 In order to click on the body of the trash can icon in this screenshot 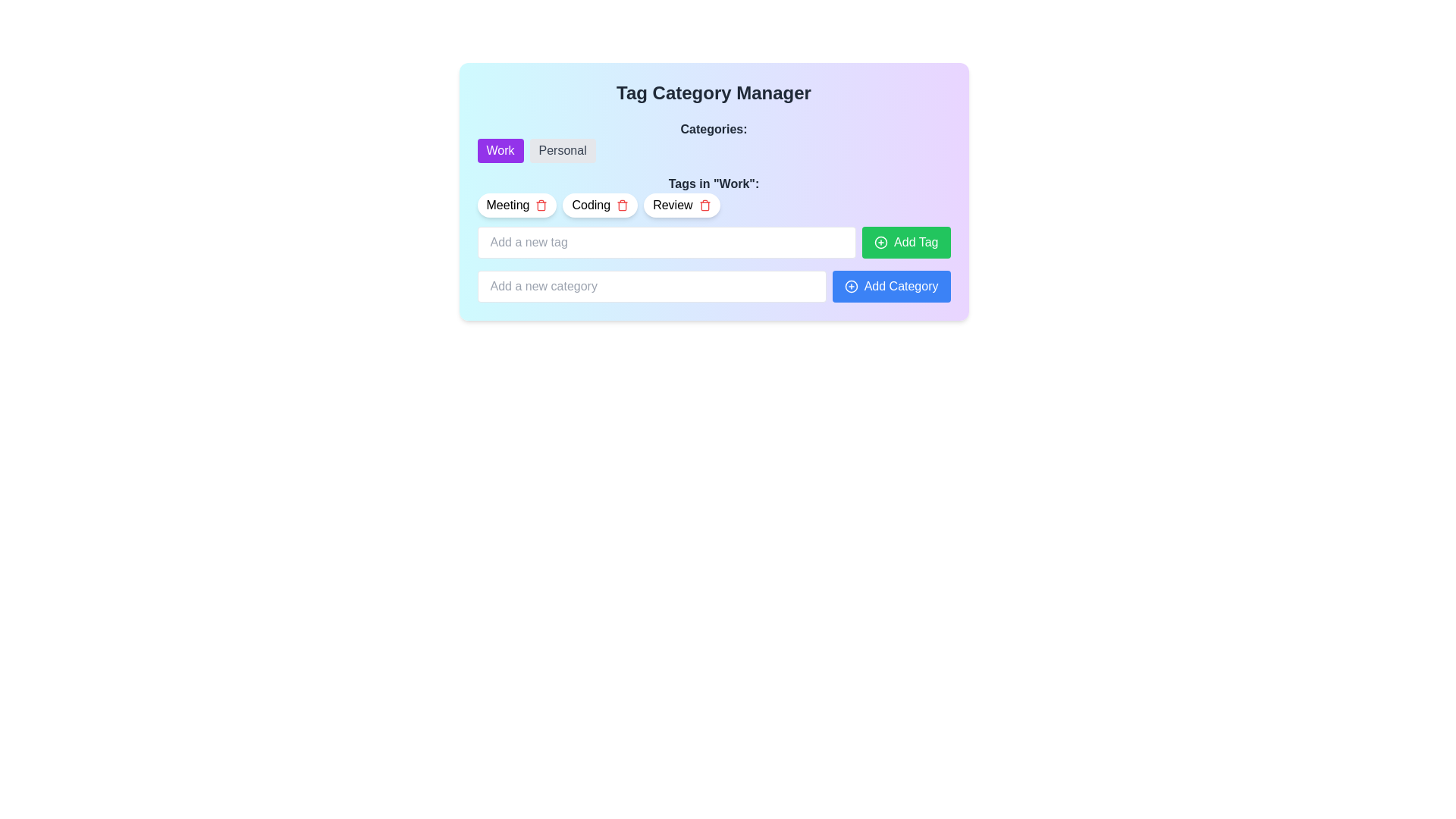, I will do `click(541, 206)`.